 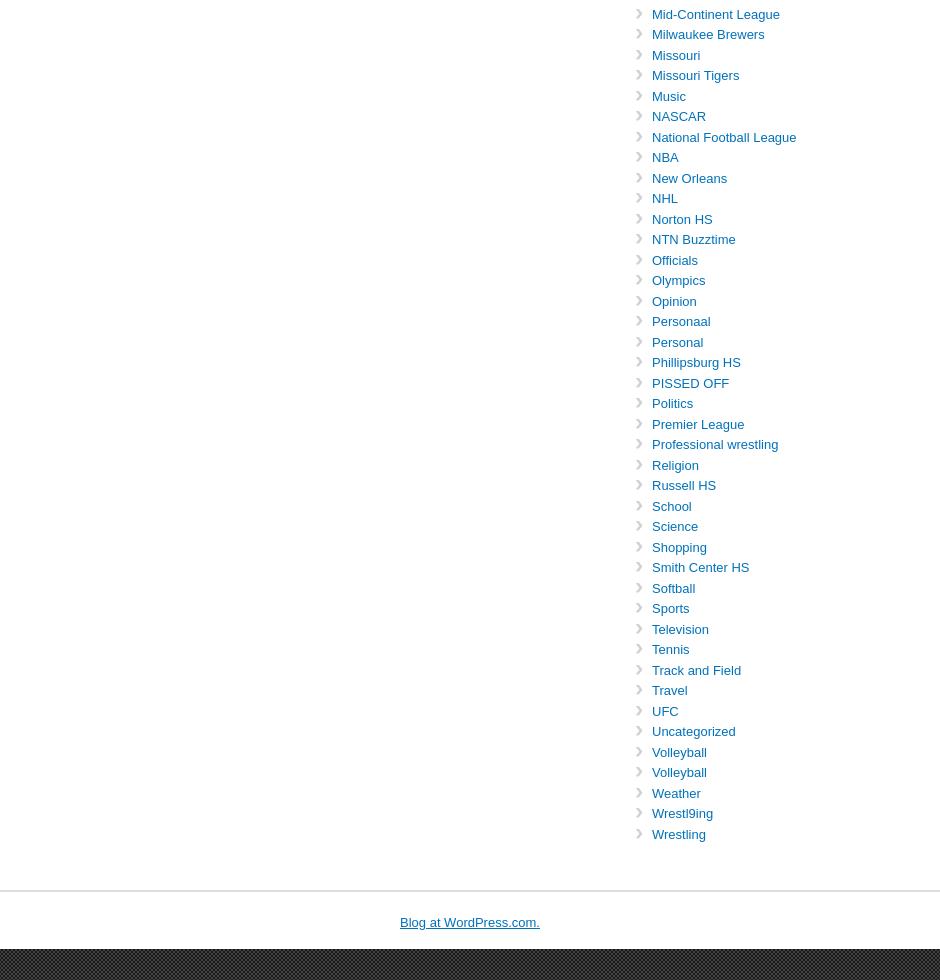 I want to click on 'Missouri Tigers', so click(x=694, y=75).